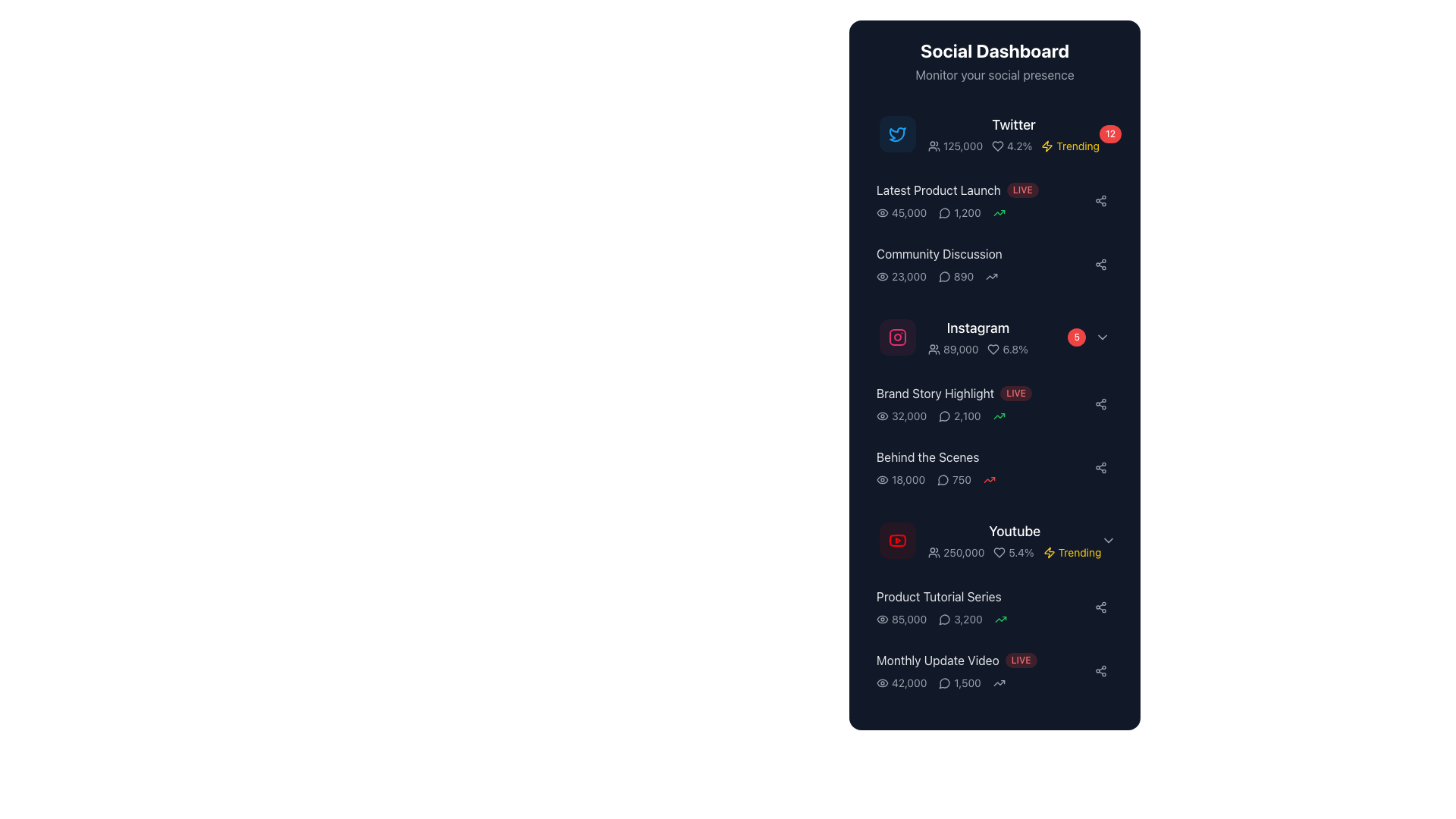 Image resolution: width=1456 pixels, height=819 pixels. What do you see at coordinates (1014, 124) in the screenshot?
I see `the static text label displaying 'Twitter' in white color, which is prominently positioned at the top of the social media dashboard` at bounding box center [1014, 124].